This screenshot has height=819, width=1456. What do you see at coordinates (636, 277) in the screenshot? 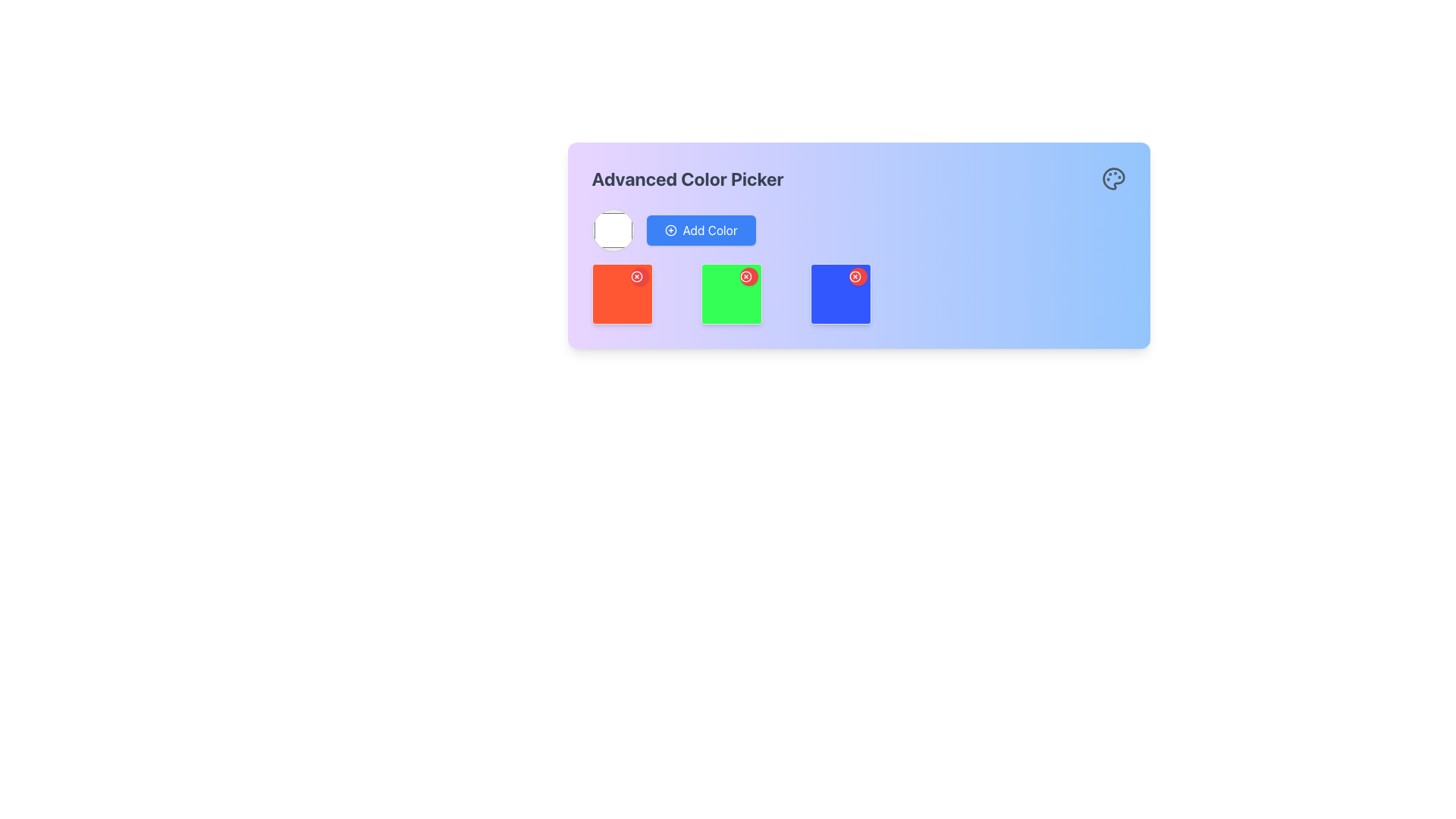
I see `the 'delete' button located at the top-right of the red rectangular block to potentially display a tooltip` at bounding box center [636, 277].